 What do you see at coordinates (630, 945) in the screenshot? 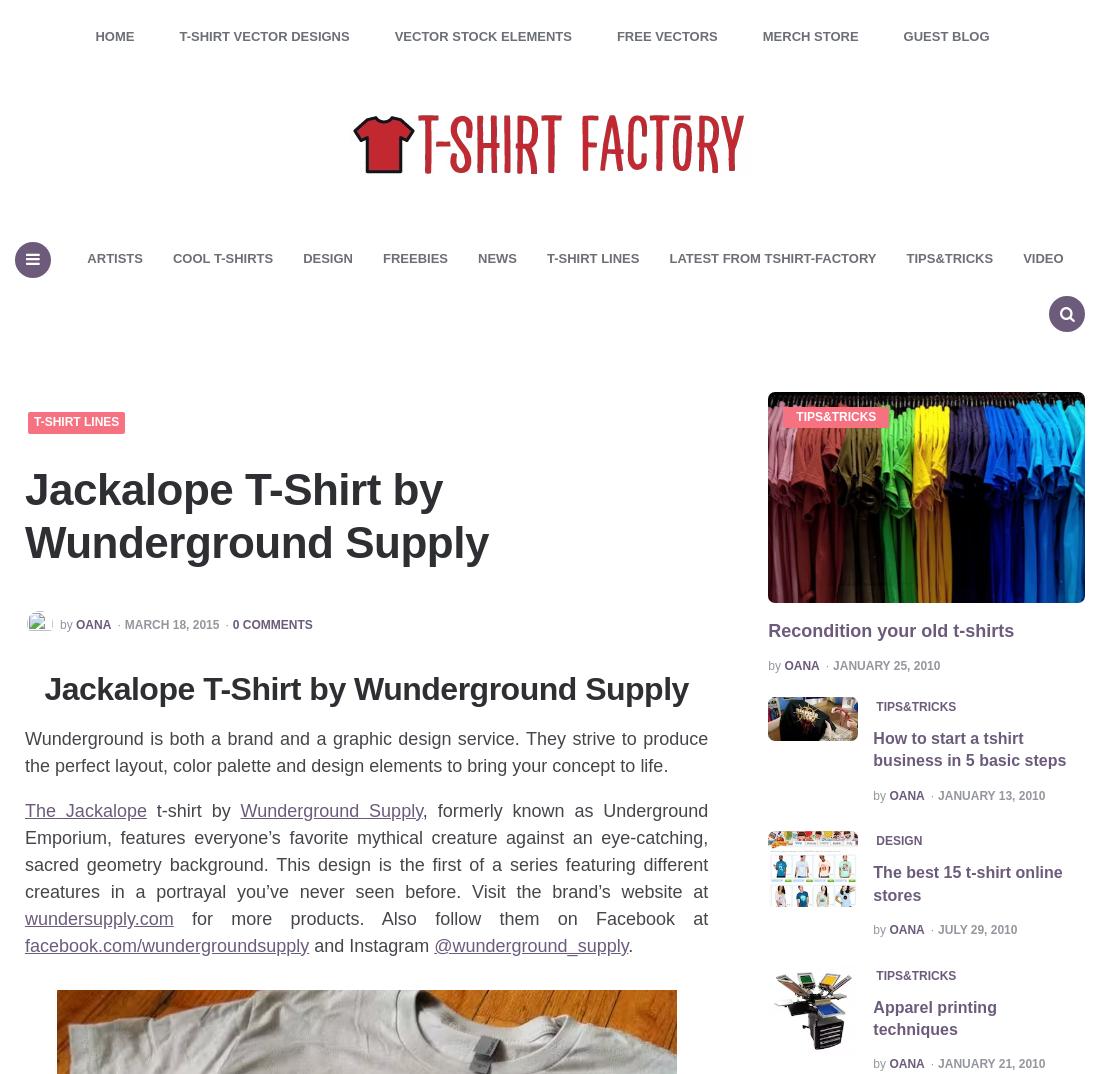
I see `'.'` at bounding box center [630, 945].